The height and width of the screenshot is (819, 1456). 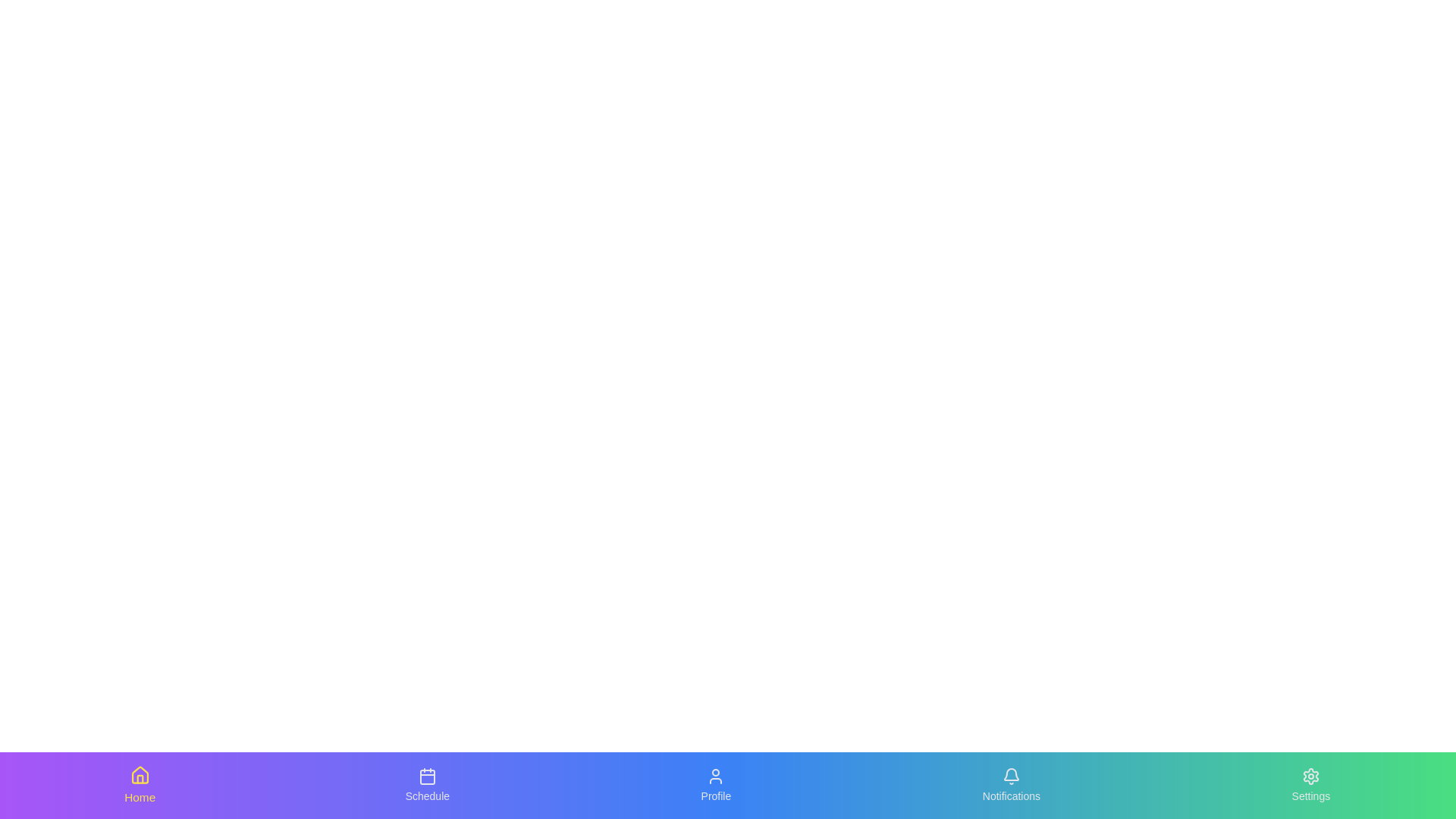 I want to click on the tab labeled Settings, so click(x=1310, y=785).